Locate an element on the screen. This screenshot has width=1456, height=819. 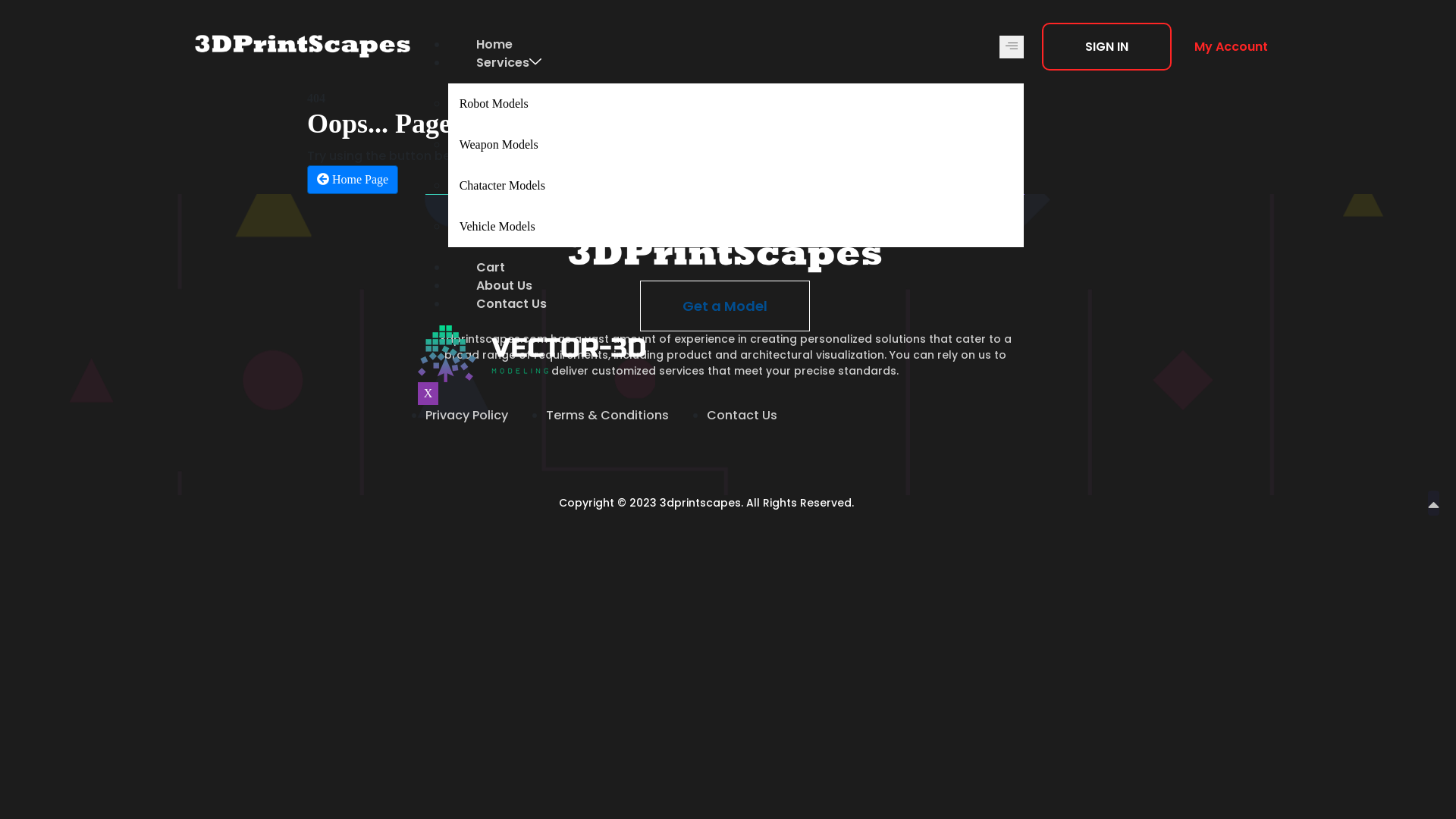
'Cart' is located at coordinates (491, 266).